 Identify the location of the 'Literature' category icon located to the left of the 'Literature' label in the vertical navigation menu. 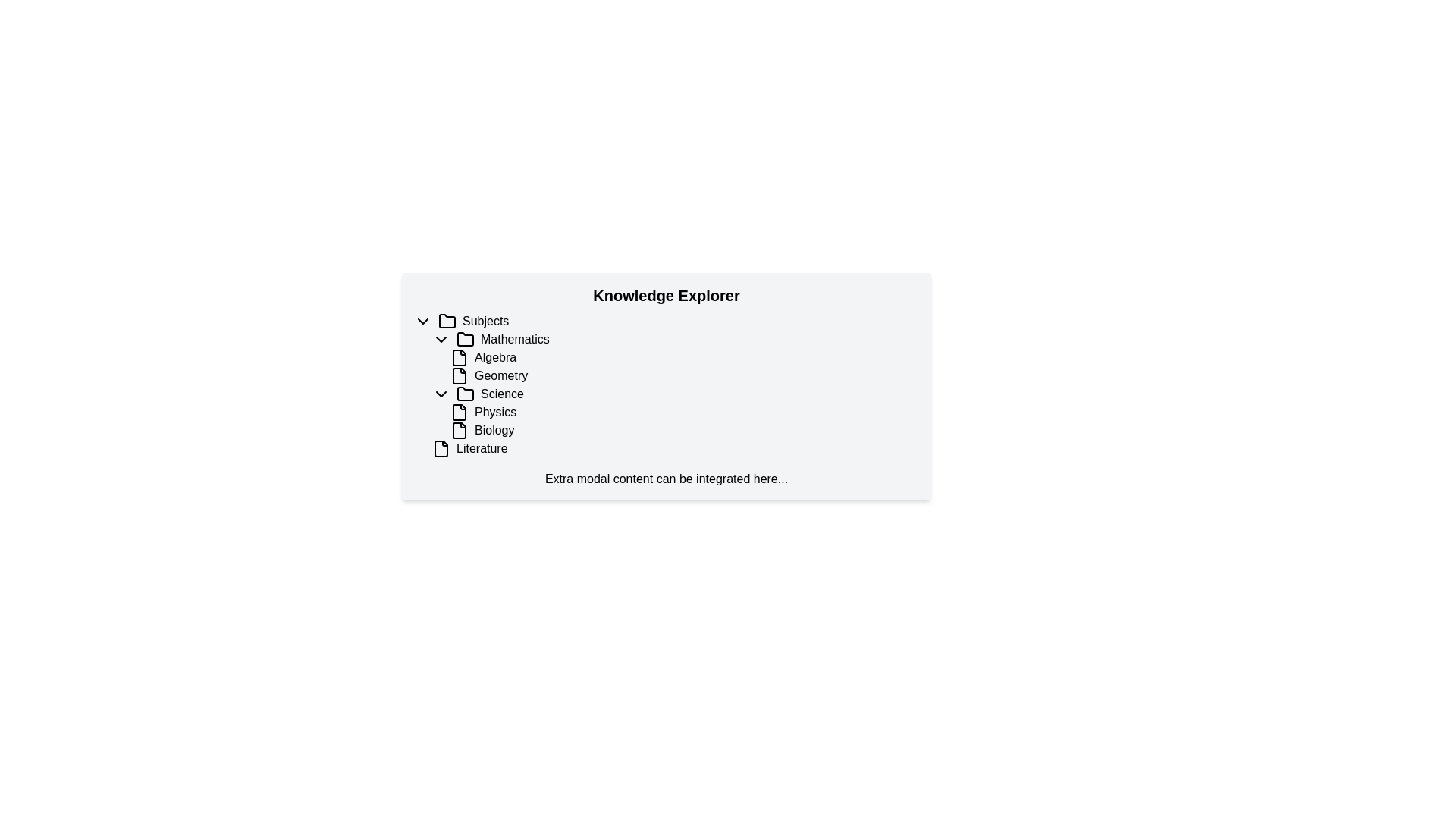
(440, 447).